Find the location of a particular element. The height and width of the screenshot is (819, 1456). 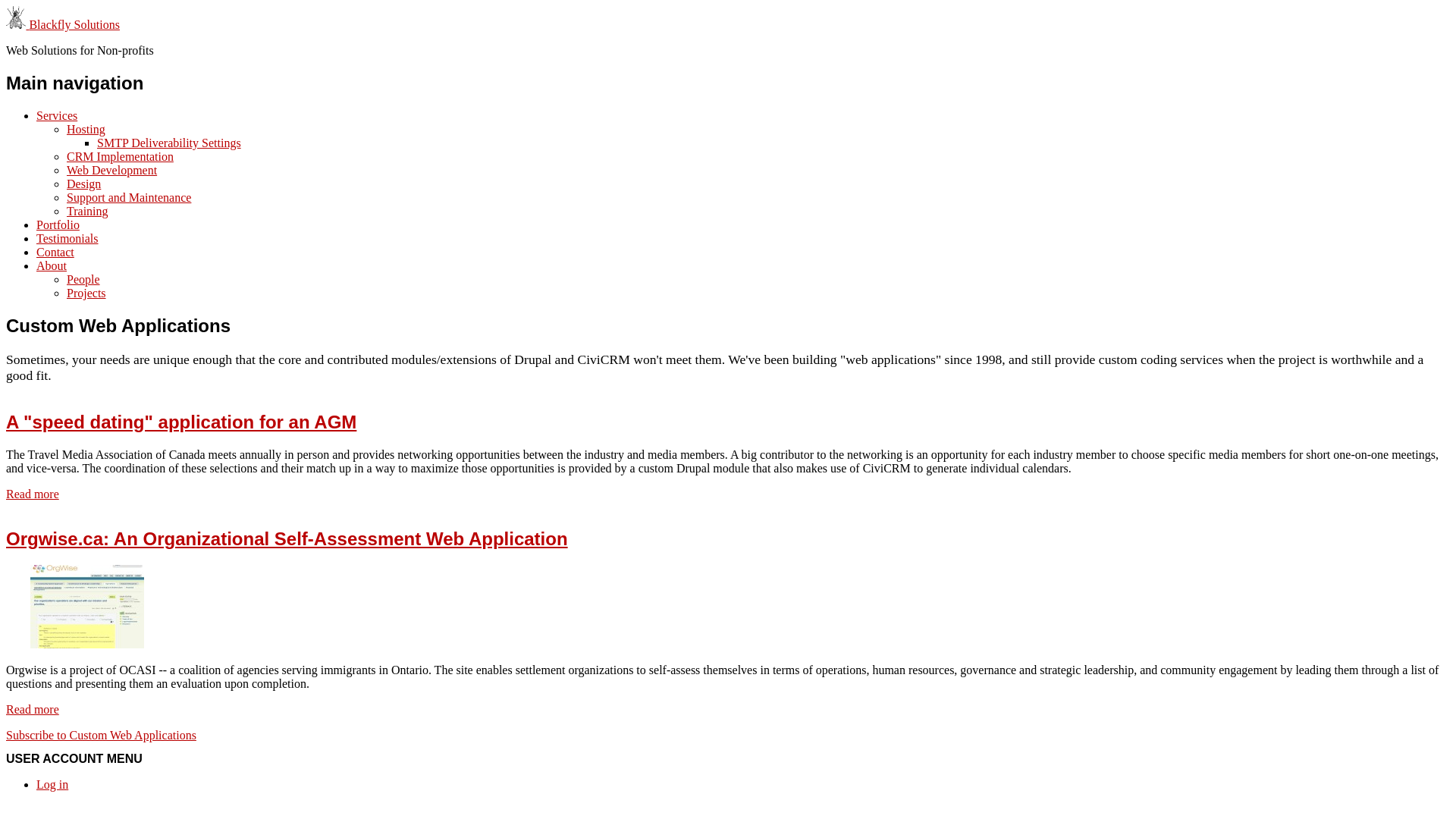

'Blackfly Solutions' is located at coordinates (29, 24).